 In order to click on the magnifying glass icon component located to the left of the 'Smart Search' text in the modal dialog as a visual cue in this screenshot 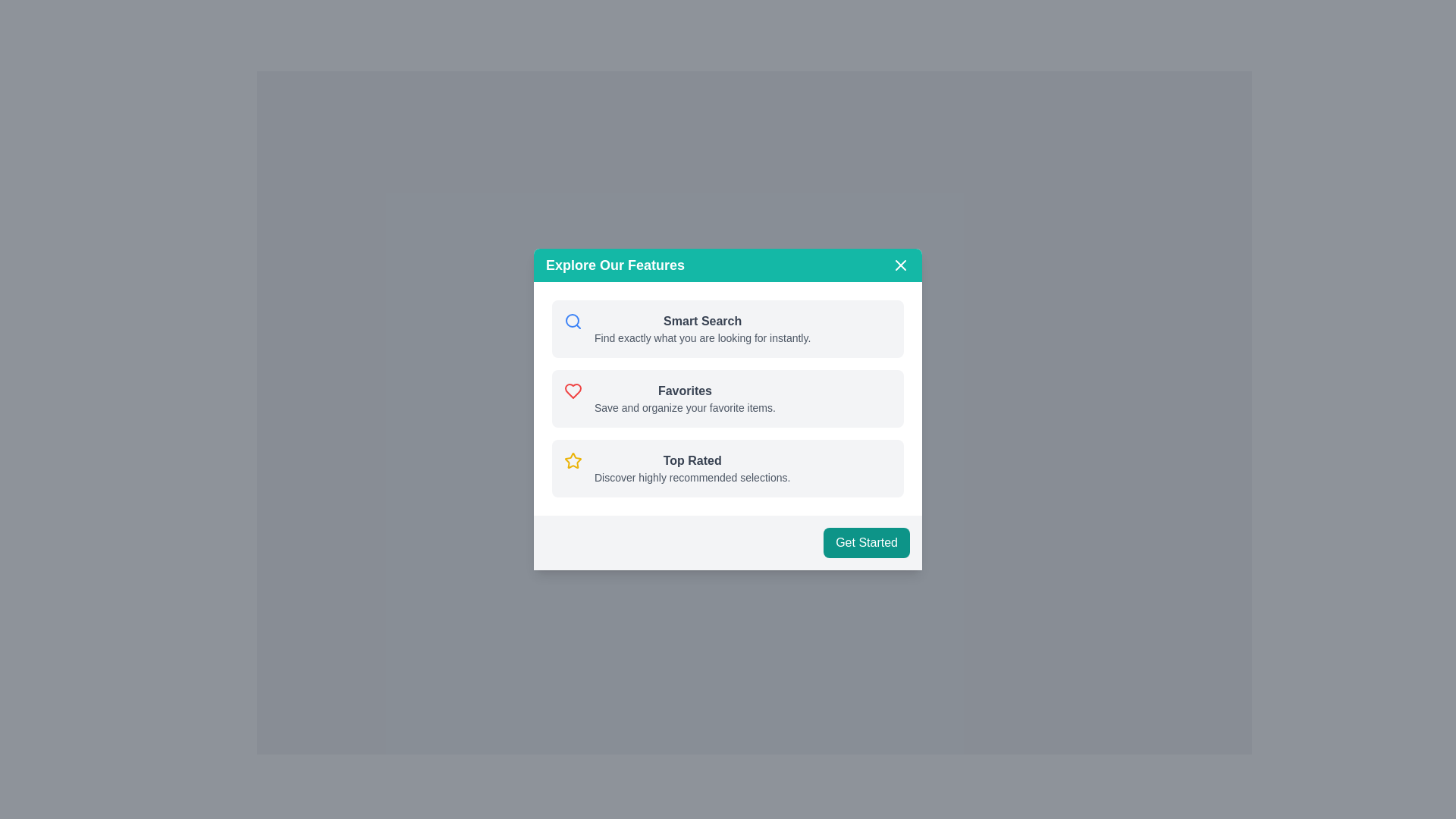, I will do `click(571, 320)`.